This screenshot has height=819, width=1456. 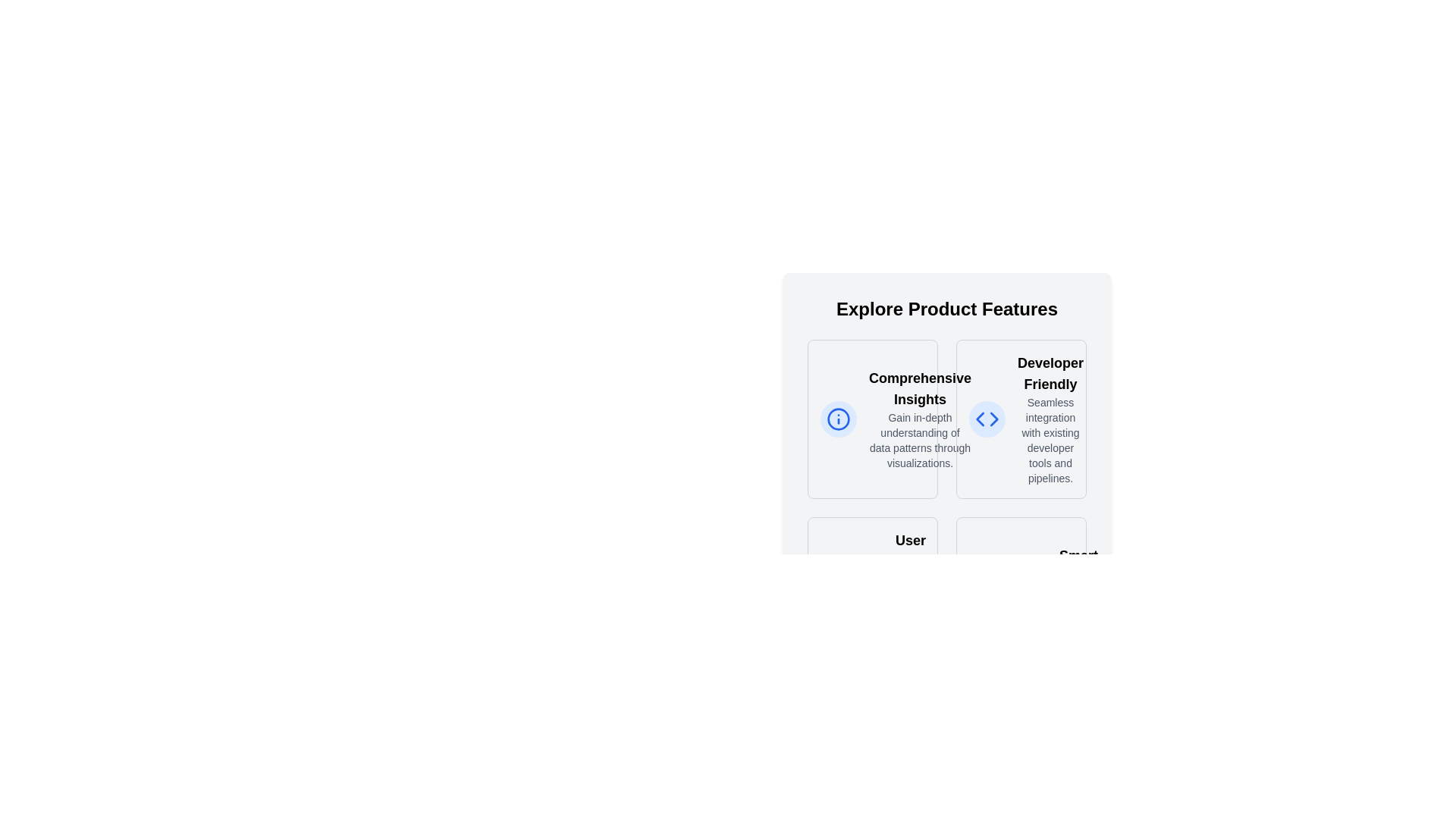 What do you see at coordinates (1021, 419) in the screenshot?
I see `the information card that provides details about a developer-friendly approach, located as the second card in the grid layout, to the right of 'Comprehensive Insights' and above 'Smart Recommendations'` at bounding box center [1021, 419].